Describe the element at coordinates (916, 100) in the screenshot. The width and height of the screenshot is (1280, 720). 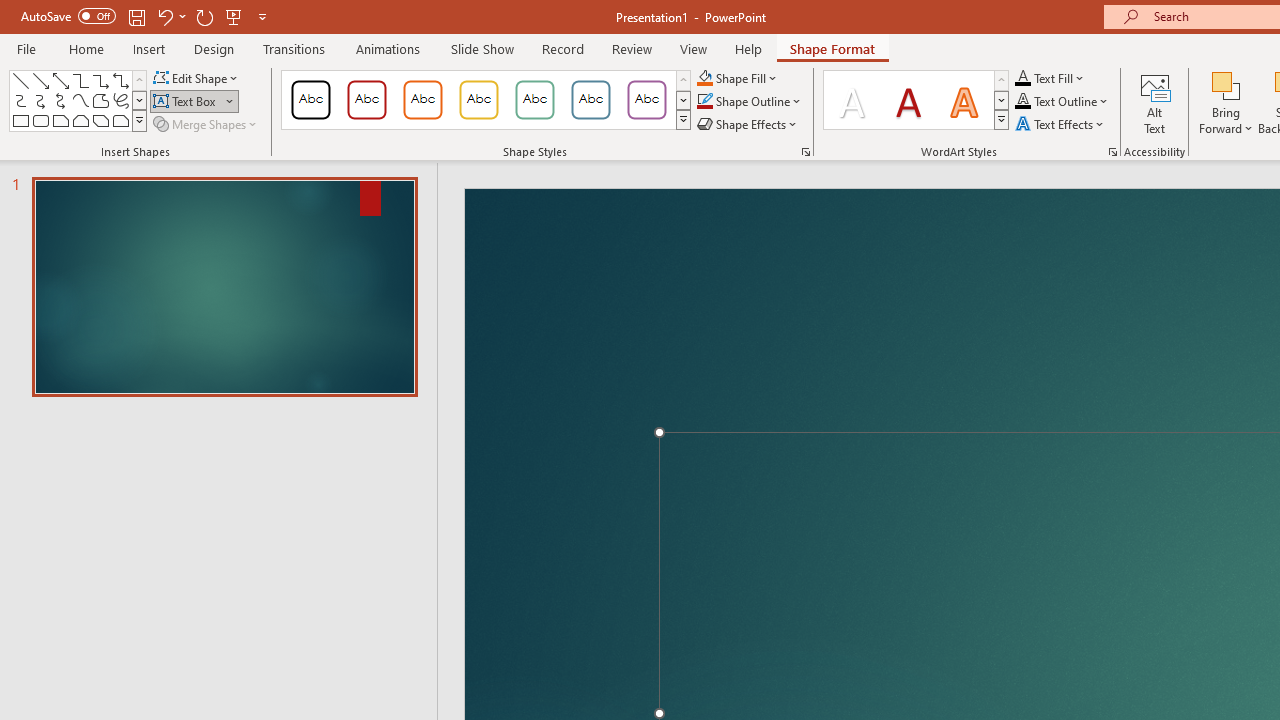
I see `'AutomationID: TextStylesGallery'` at that location.